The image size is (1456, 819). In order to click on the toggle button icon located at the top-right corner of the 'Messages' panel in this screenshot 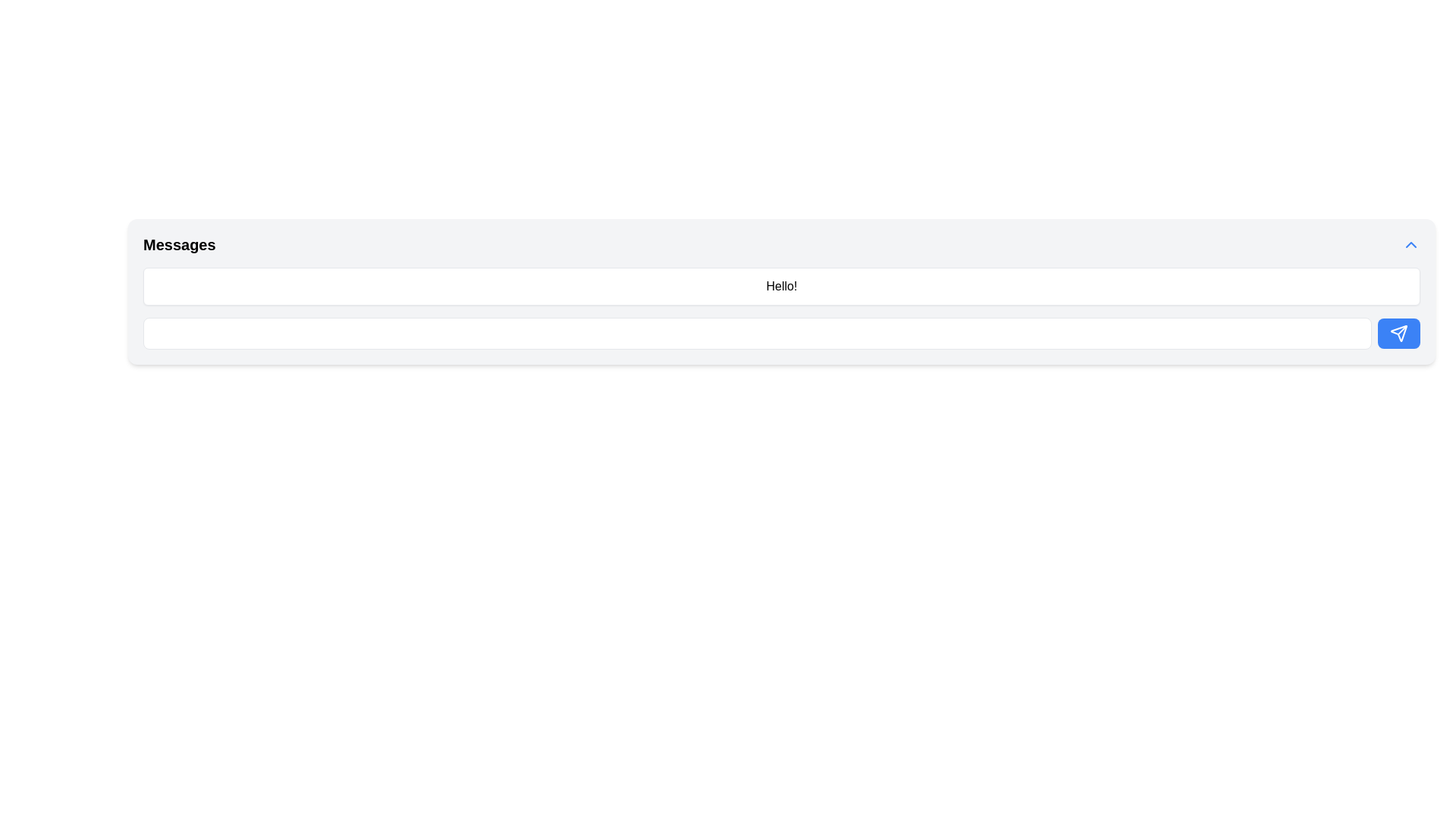, I will do `click(1410, 244)`.